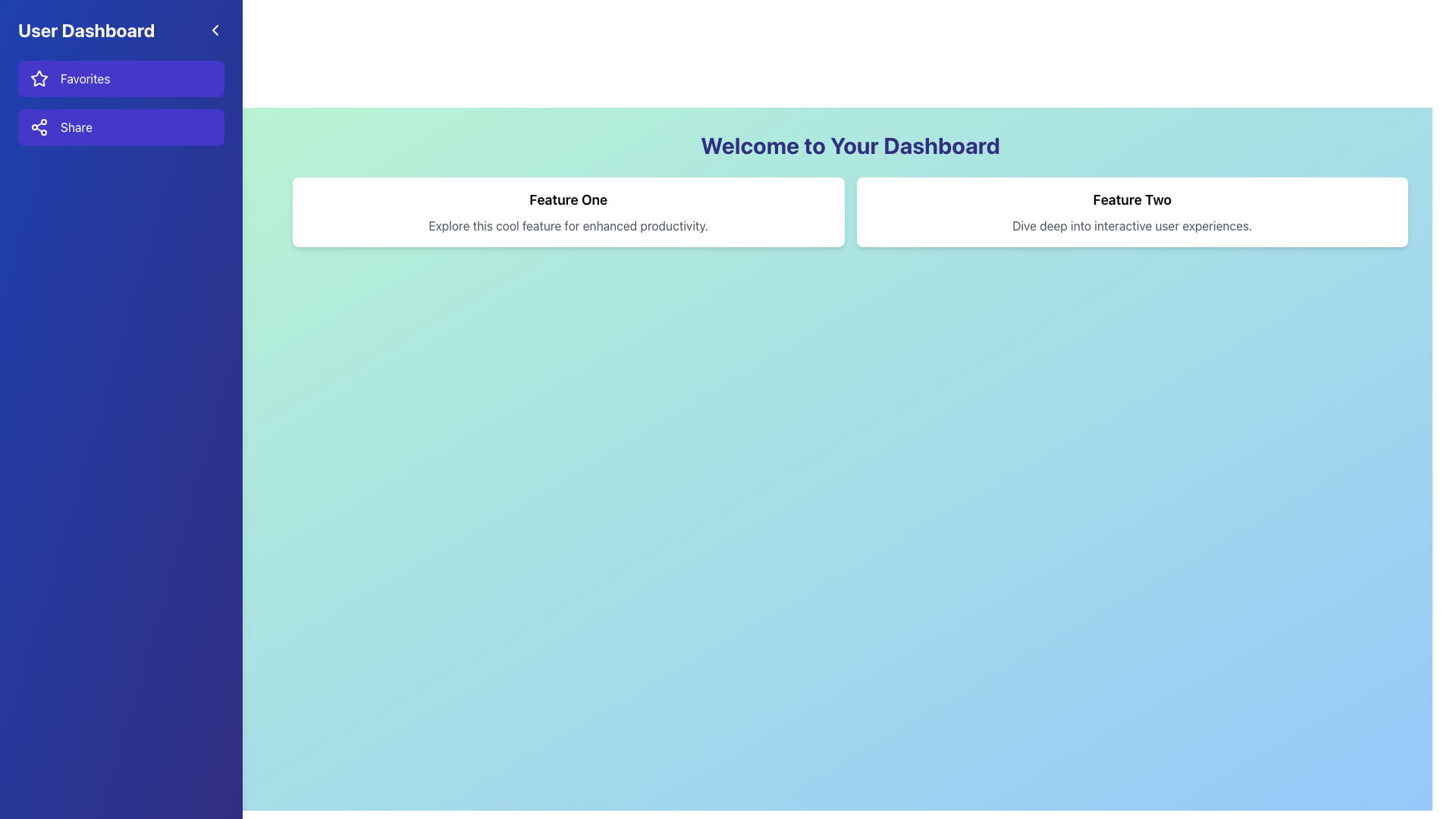  I want to click on the chevron icon in the User Dashboard header, so click(120, 30).